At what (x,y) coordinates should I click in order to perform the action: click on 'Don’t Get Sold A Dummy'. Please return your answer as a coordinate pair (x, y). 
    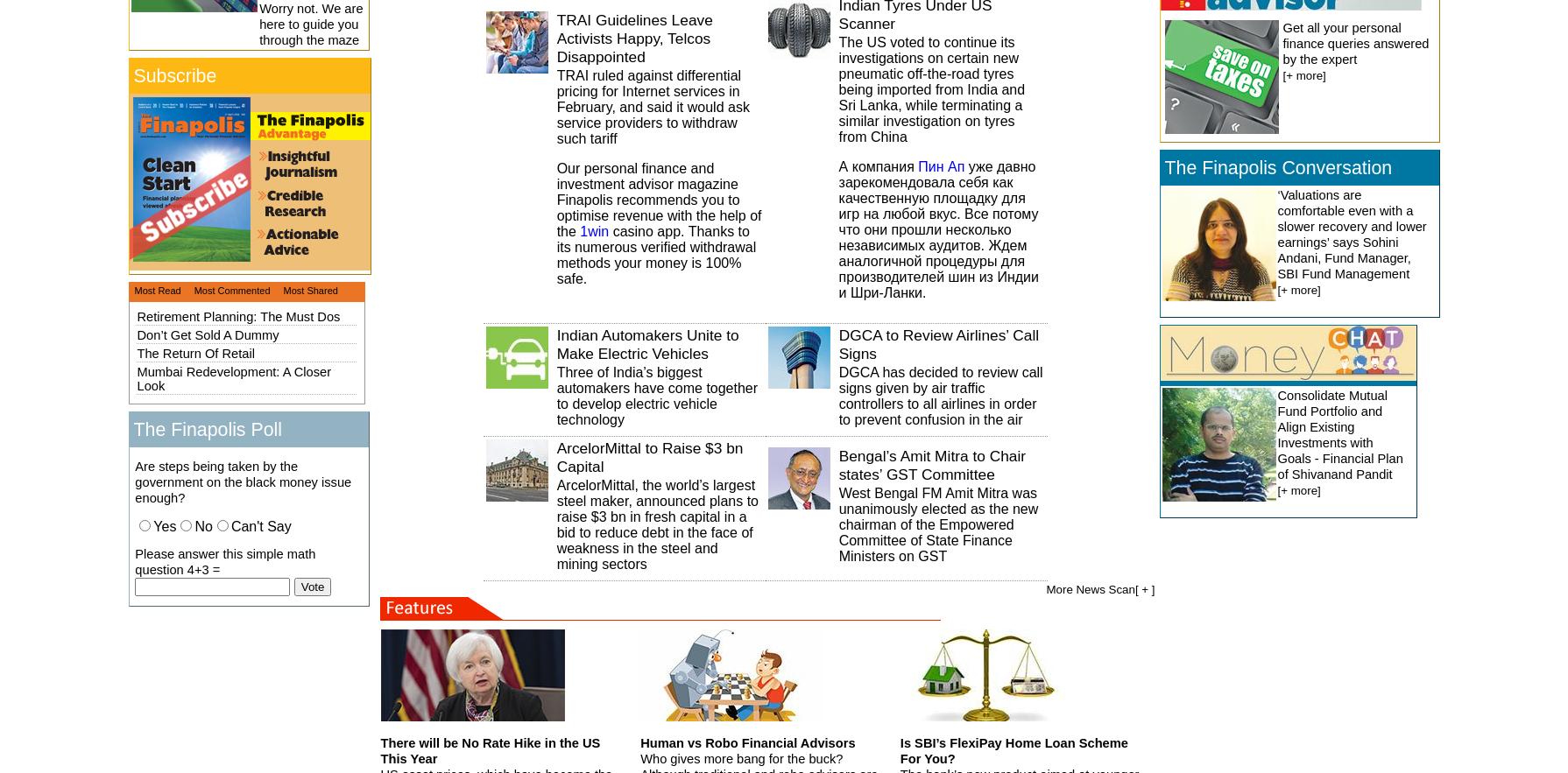
    Looking at the image, I should click on (207, 334).